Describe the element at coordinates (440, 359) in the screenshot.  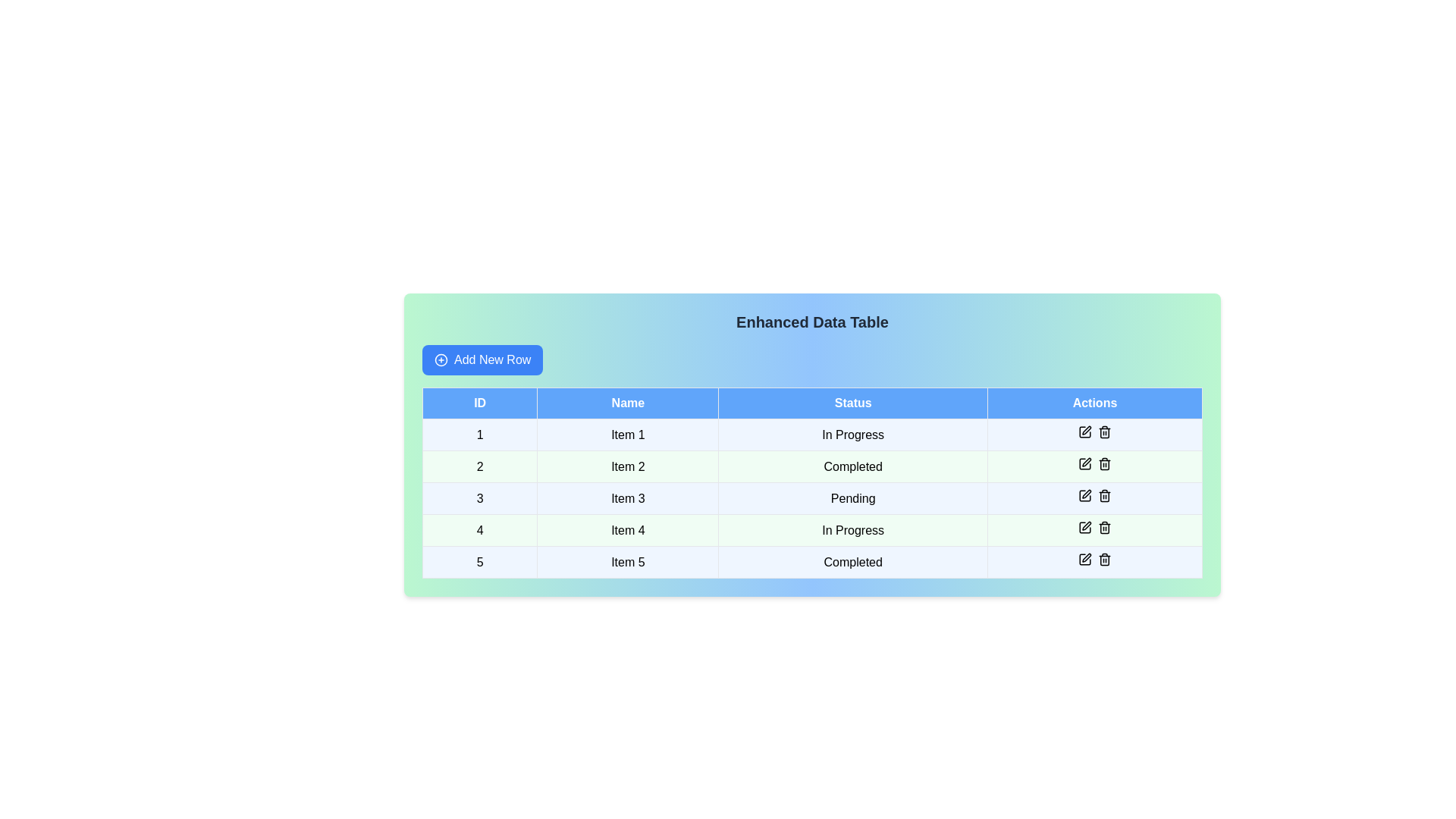
I see `the circular icon with a plus (+) symbol inside it, which is located within the blue button labeled 'Add New Row' in the top-left corner of the interface` at that location.